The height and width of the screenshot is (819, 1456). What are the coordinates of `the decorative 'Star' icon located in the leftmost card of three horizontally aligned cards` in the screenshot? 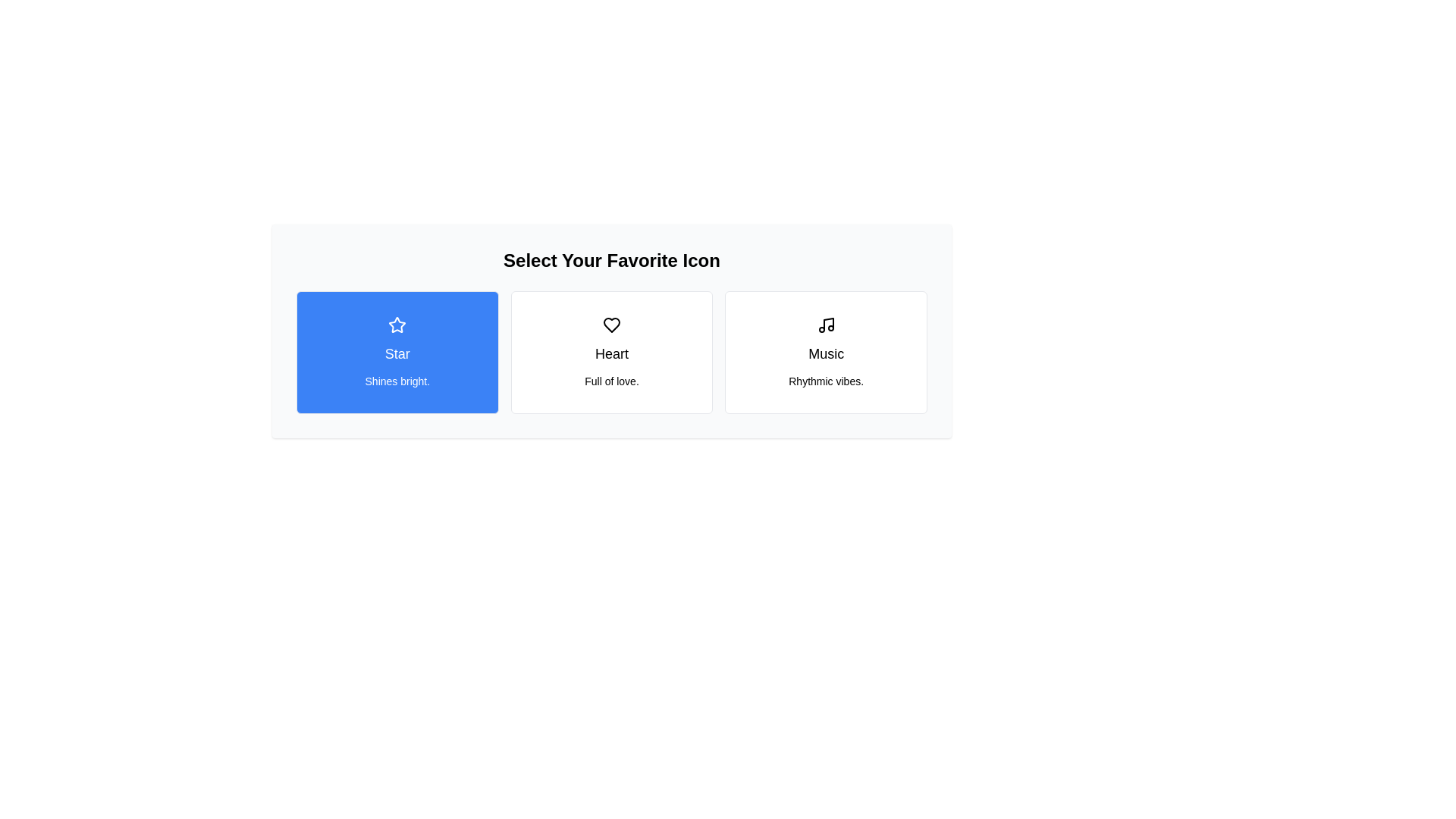 It's located at (397, 324).